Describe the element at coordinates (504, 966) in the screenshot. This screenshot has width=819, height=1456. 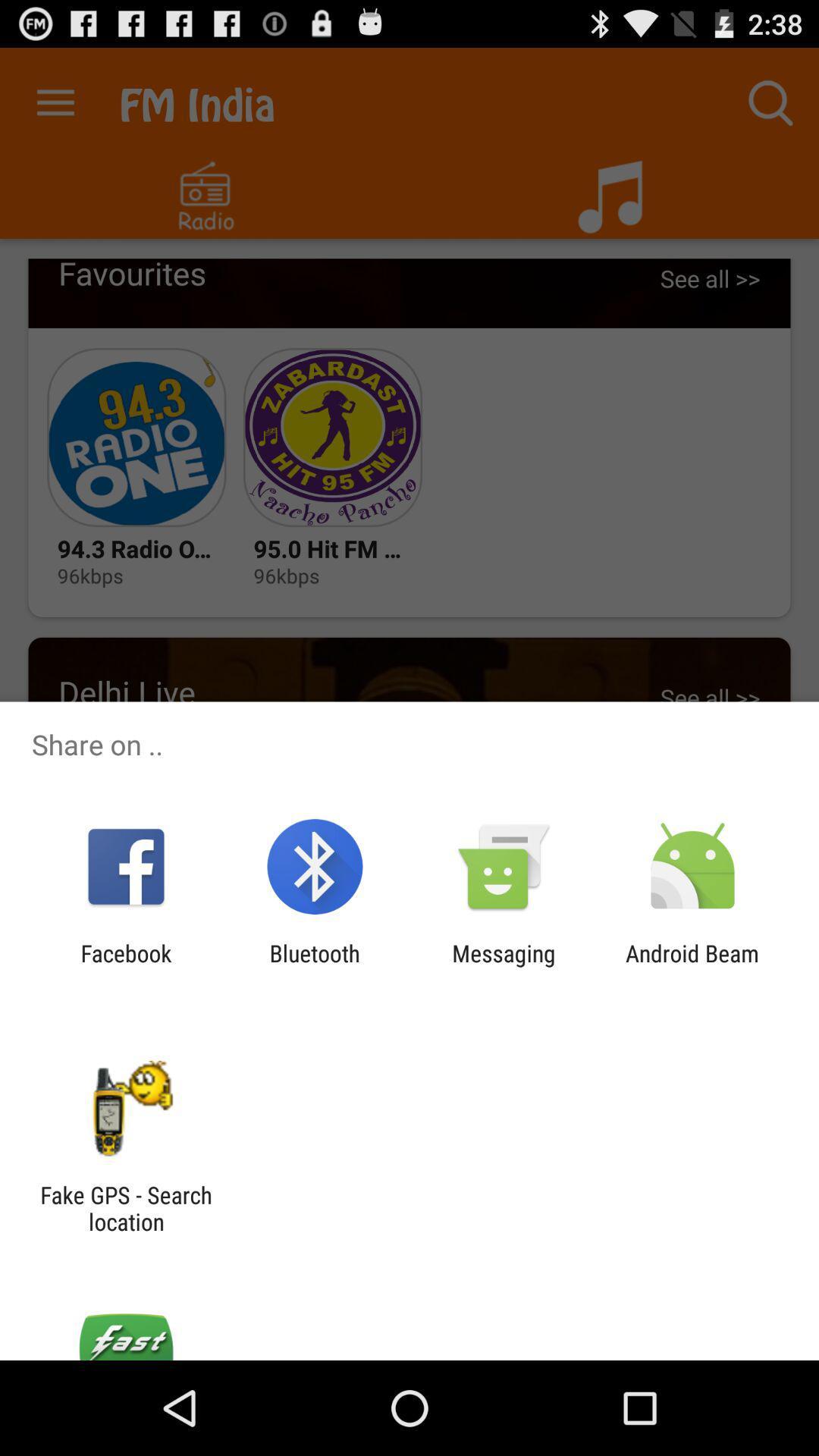
I see `messaging app` at that location.